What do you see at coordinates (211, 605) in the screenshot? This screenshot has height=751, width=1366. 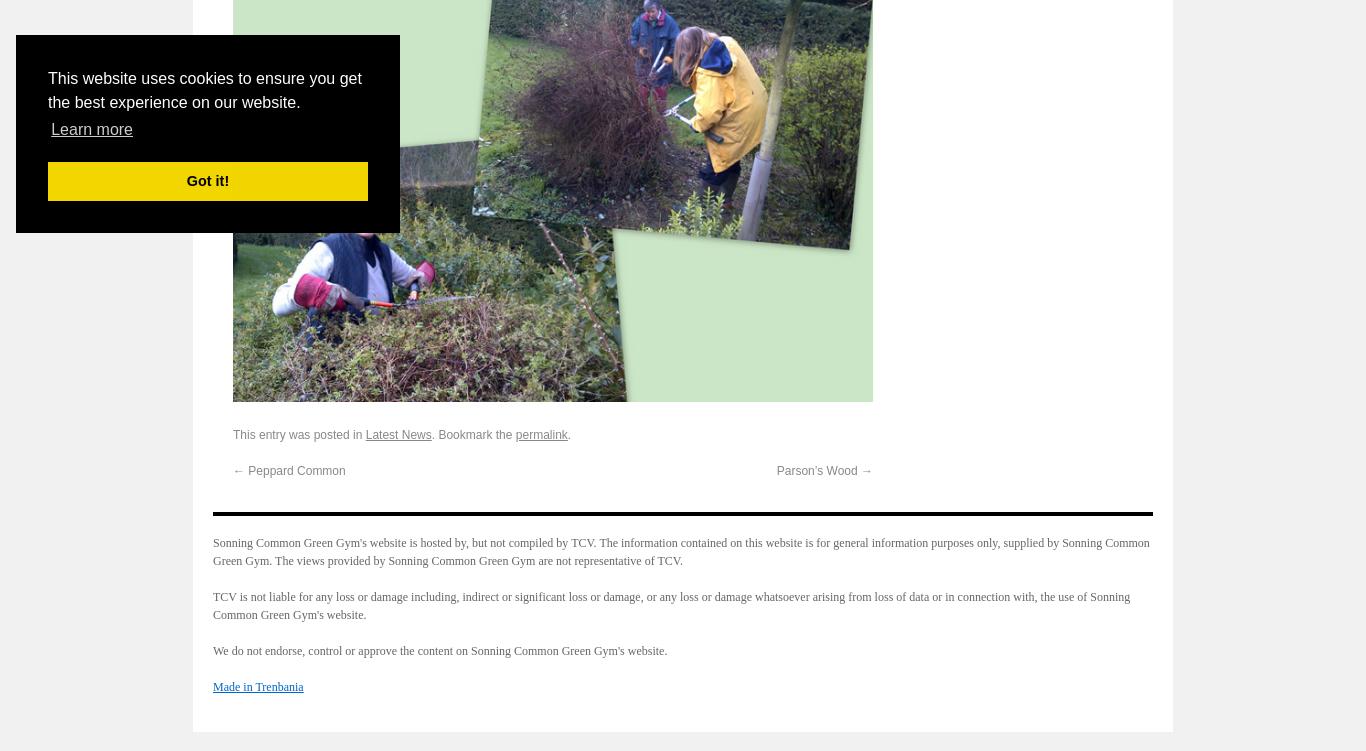 I see `'TCV is not liable for any loss or damage including, indirect or significant loss or damage, or any loss or damage whatsoever arising from loss of data or in connection with, the use of Sonning Common Green Gym's website.'` at bounding box center [211, 605].